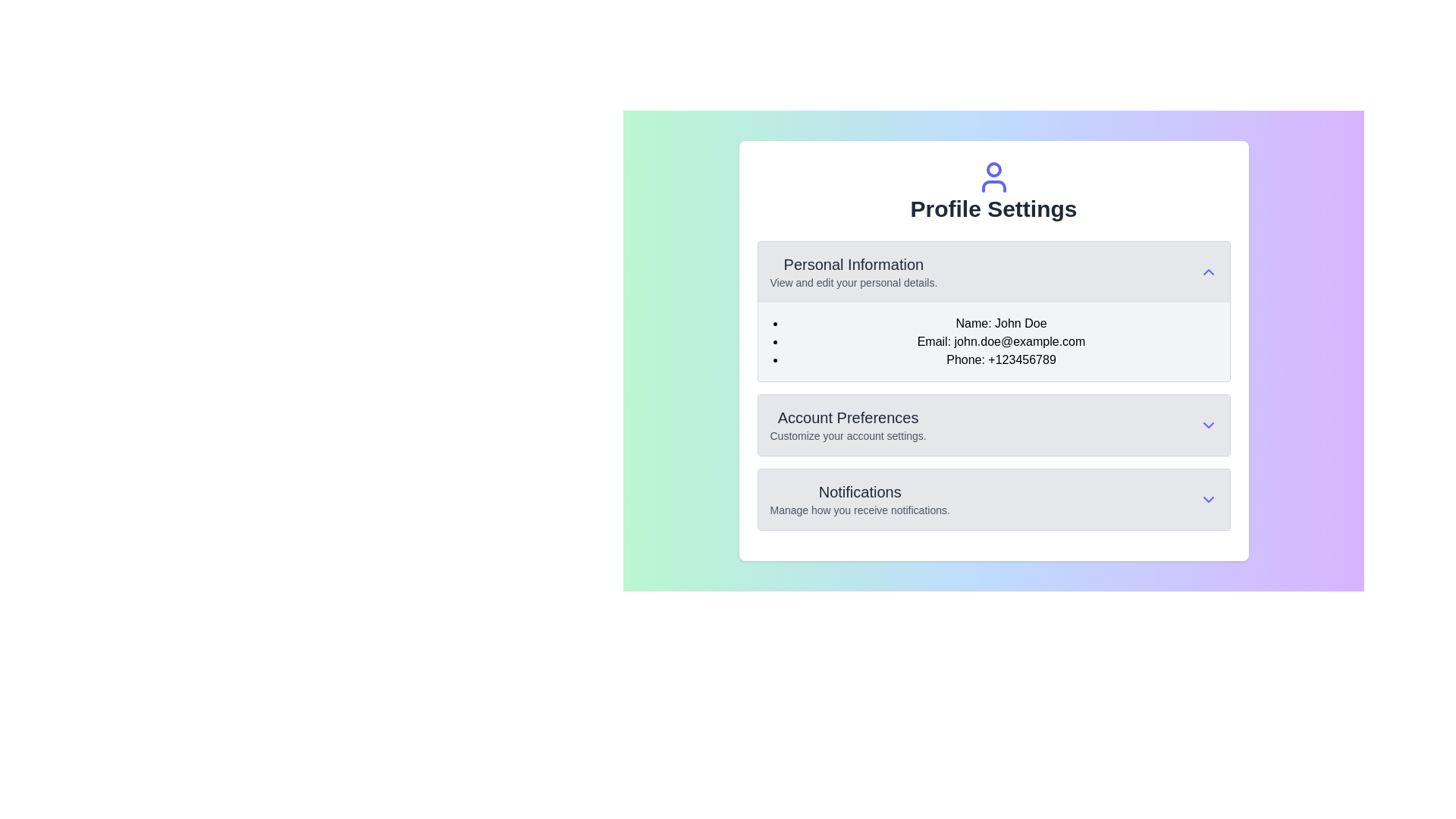 The height and width of the screenshot is (819, 1456). What do you see at coordinates (847, 418) in the screenshot?
I see `the section heading for 'Account Preferences' located near the top-center of the interface, directly below 'Personal Information' and above 'Notifications'` at bounding box center [847, 418].